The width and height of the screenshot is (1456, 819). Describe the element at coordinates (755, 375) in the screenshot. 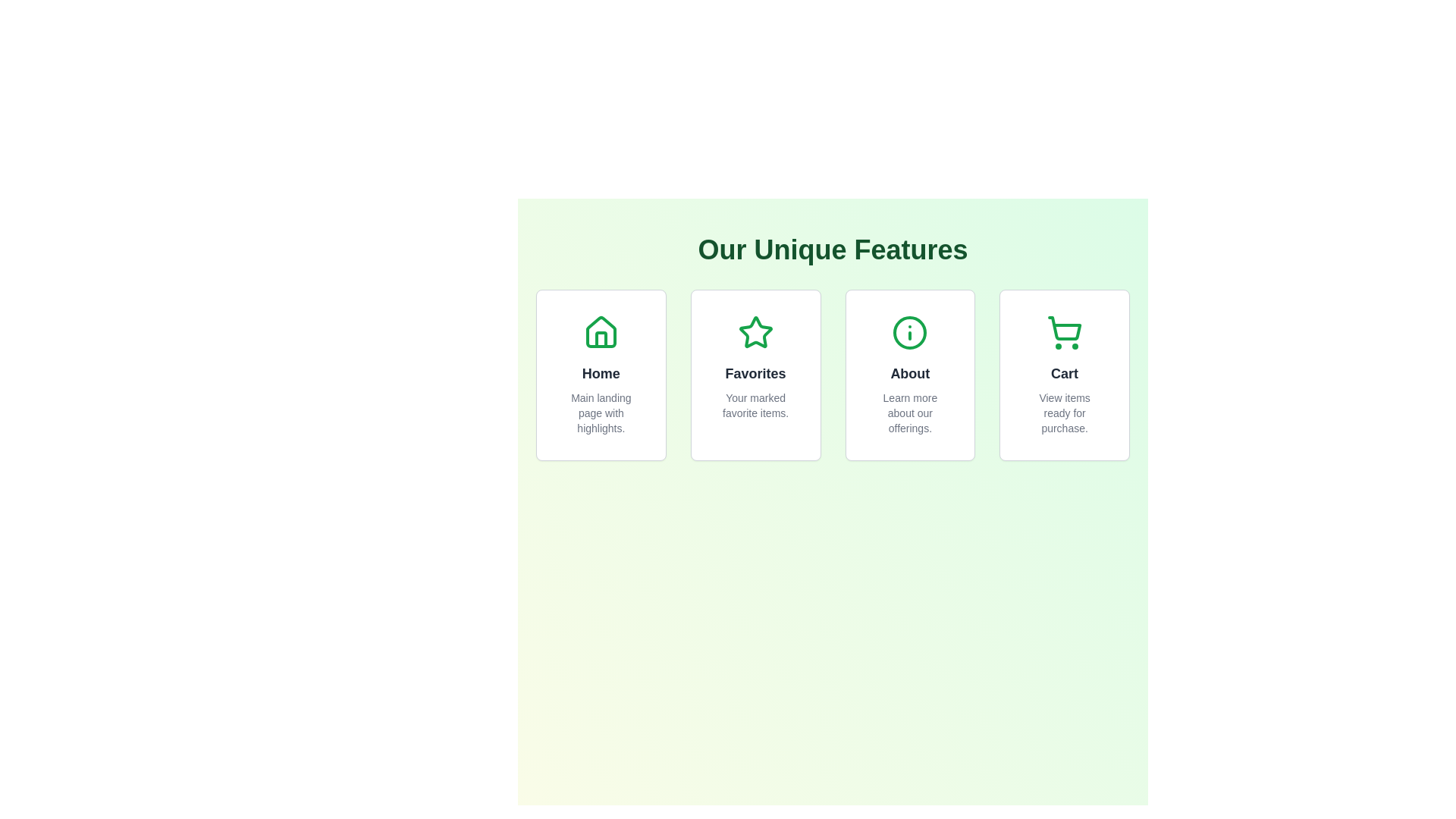

I see `the 'Favorites' clickable card or button` at that location.